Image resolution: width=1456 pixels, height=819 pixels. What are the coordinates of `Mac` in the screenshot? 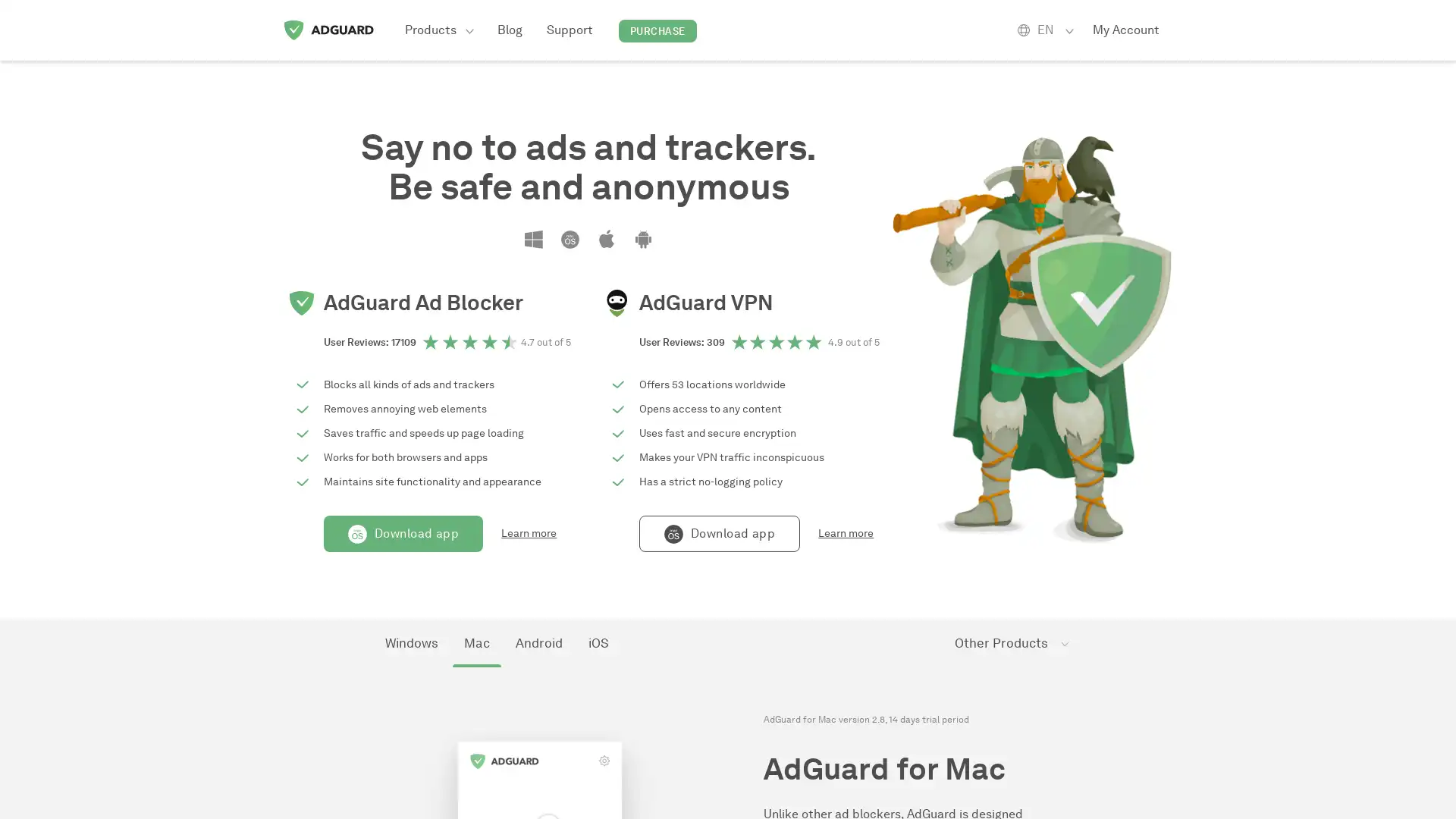 It's located at (475, 643).